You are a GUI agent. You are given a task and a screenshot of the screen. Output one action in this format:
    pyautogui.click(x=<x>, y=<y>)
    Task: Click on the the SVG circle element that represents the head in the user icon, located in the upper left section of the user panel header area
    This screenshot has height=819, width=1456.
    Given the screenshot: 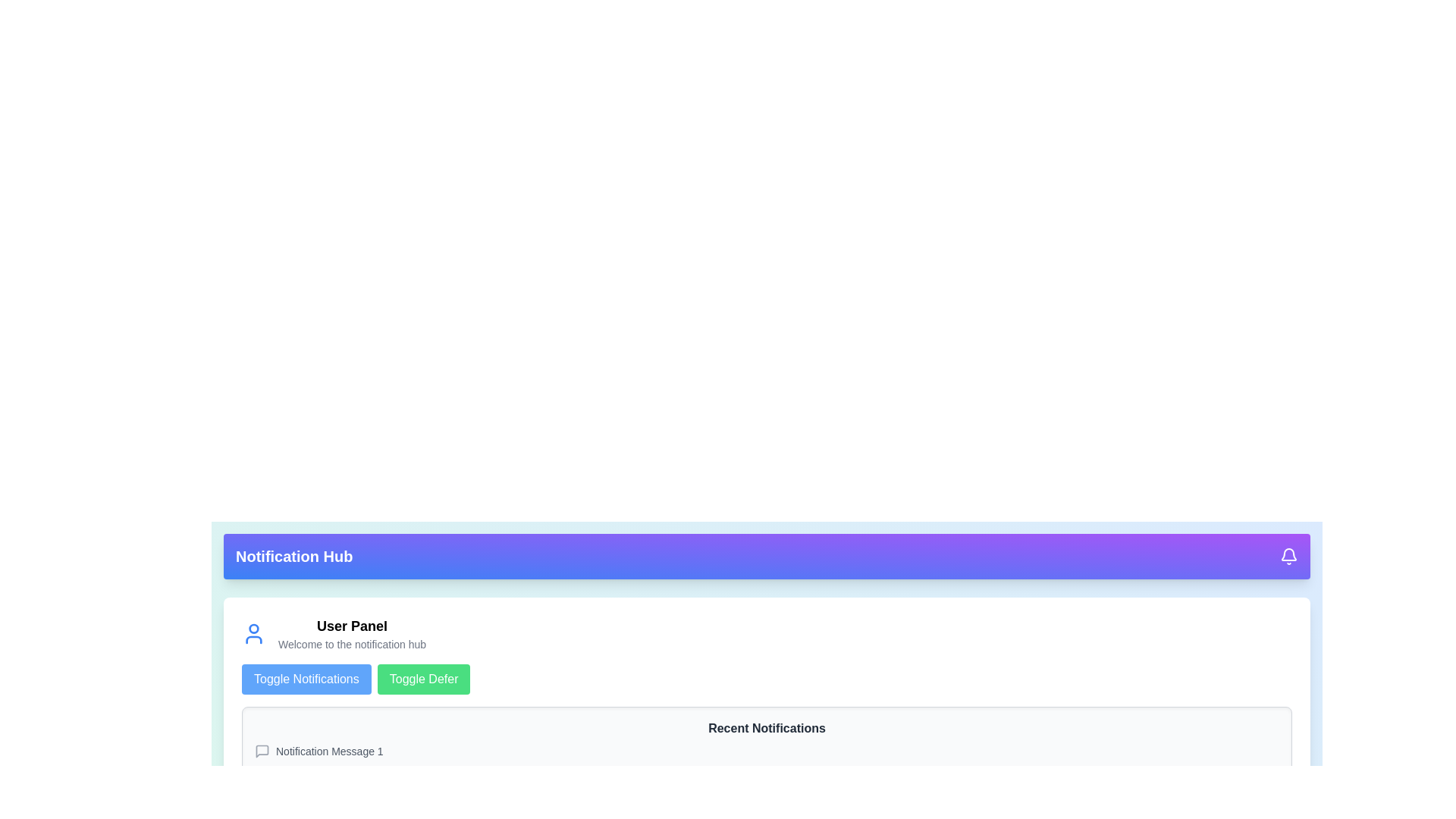 What is the action you would take?
    pyautogui.click(x=254, y=629)
    